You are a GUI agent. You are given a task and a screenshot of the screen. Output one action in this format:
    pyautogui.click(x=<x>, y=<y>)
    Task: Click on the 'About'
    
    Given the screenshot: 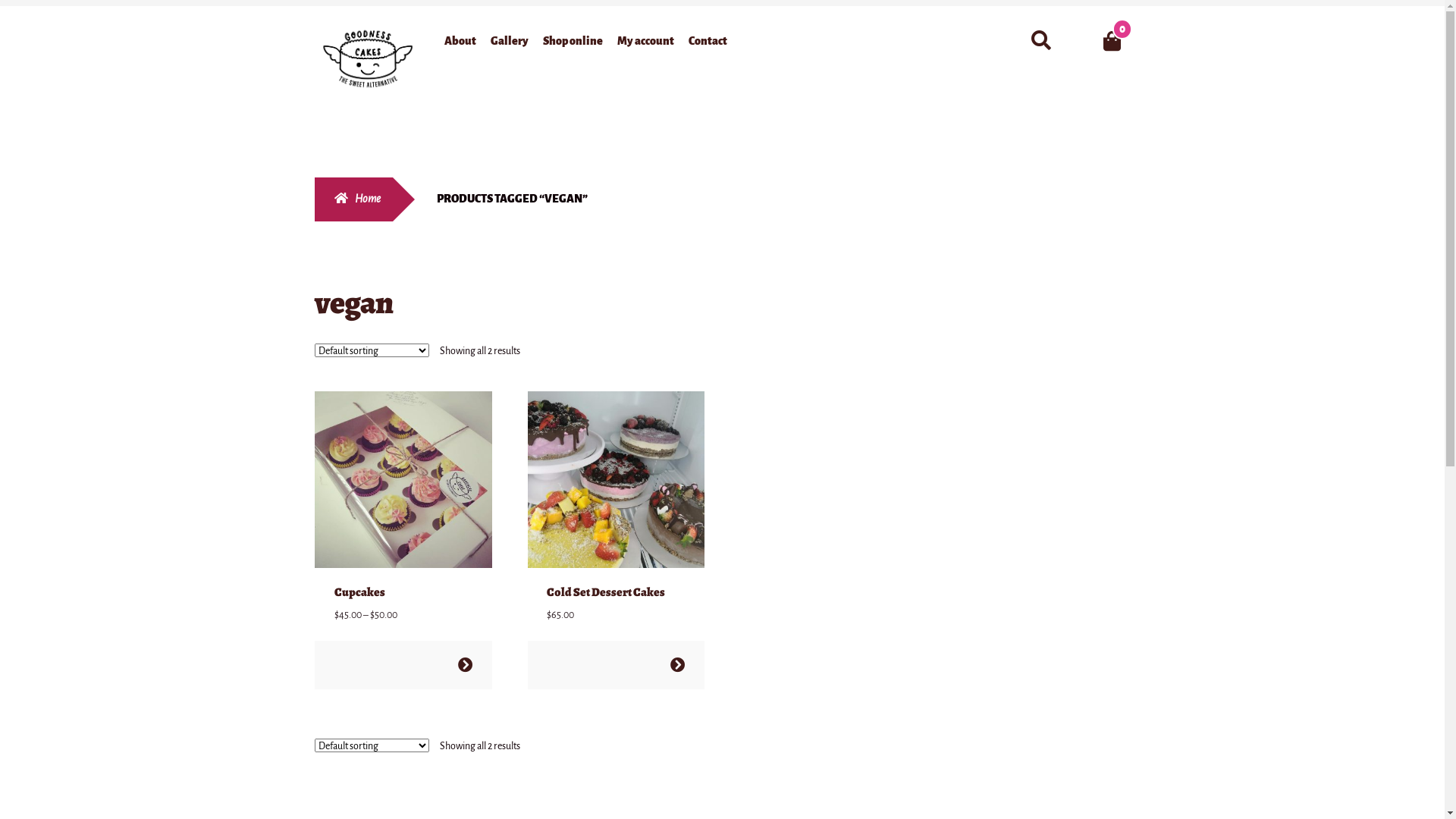 What is the action you would take?
    pyautogui.click(x=459, y=42)
    